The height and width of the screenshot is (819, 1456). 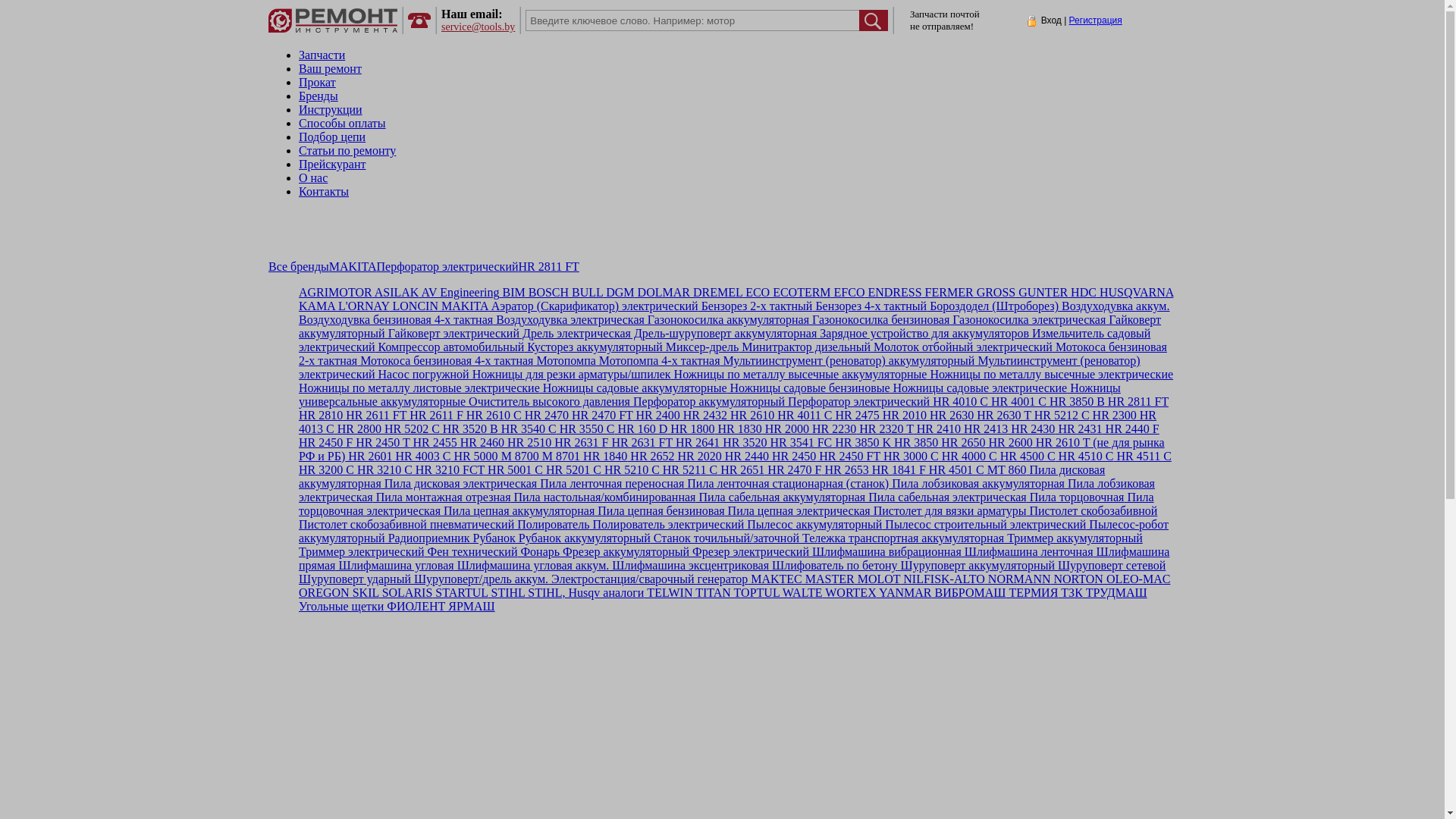 What do you see at coordinates (1017, 400) in the screenshot?
I see `'HR 4001 C'` at bounding box center [1017, 400].